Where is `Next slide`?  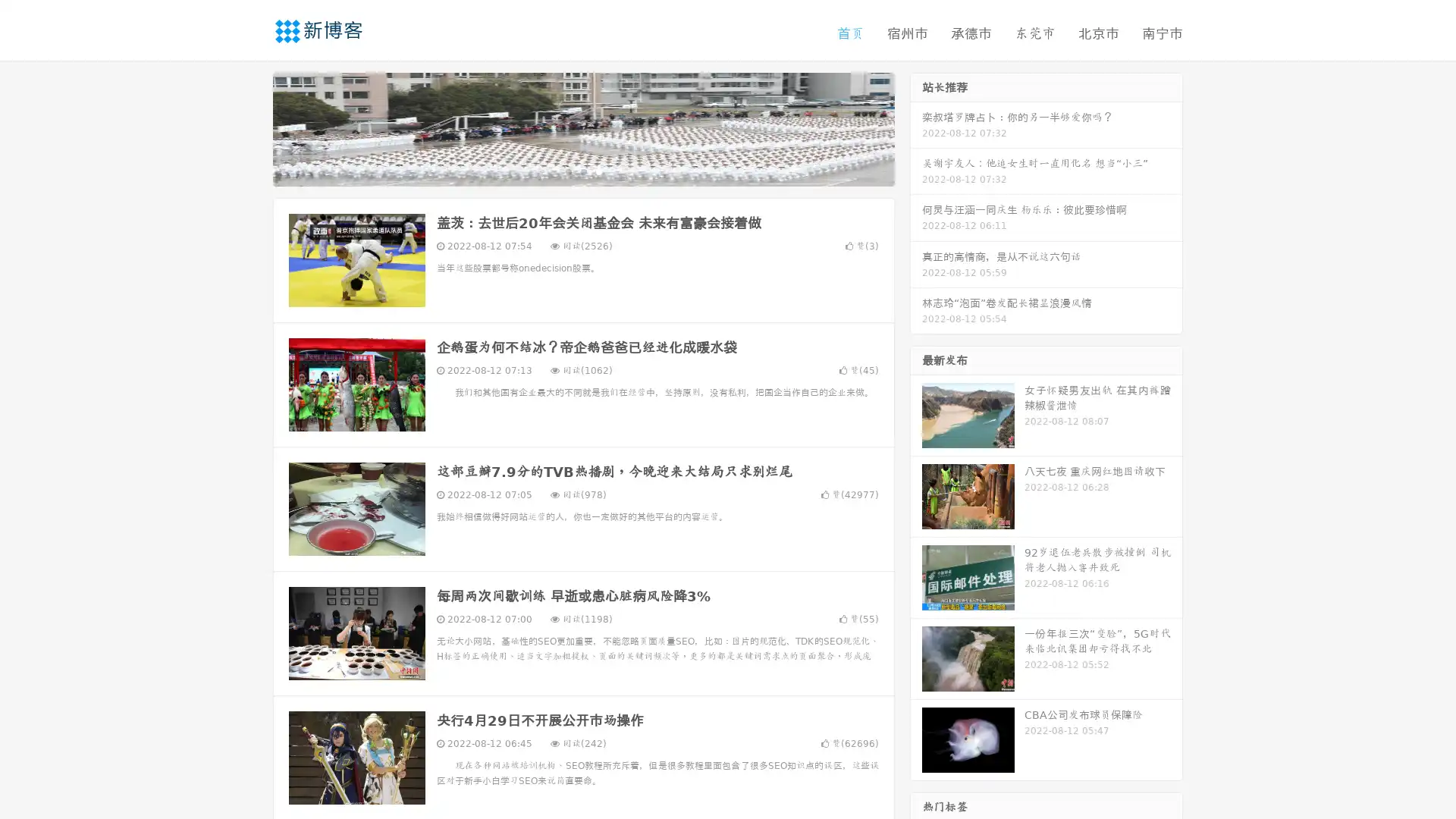
Next slide is located at coordinates (916, 127).